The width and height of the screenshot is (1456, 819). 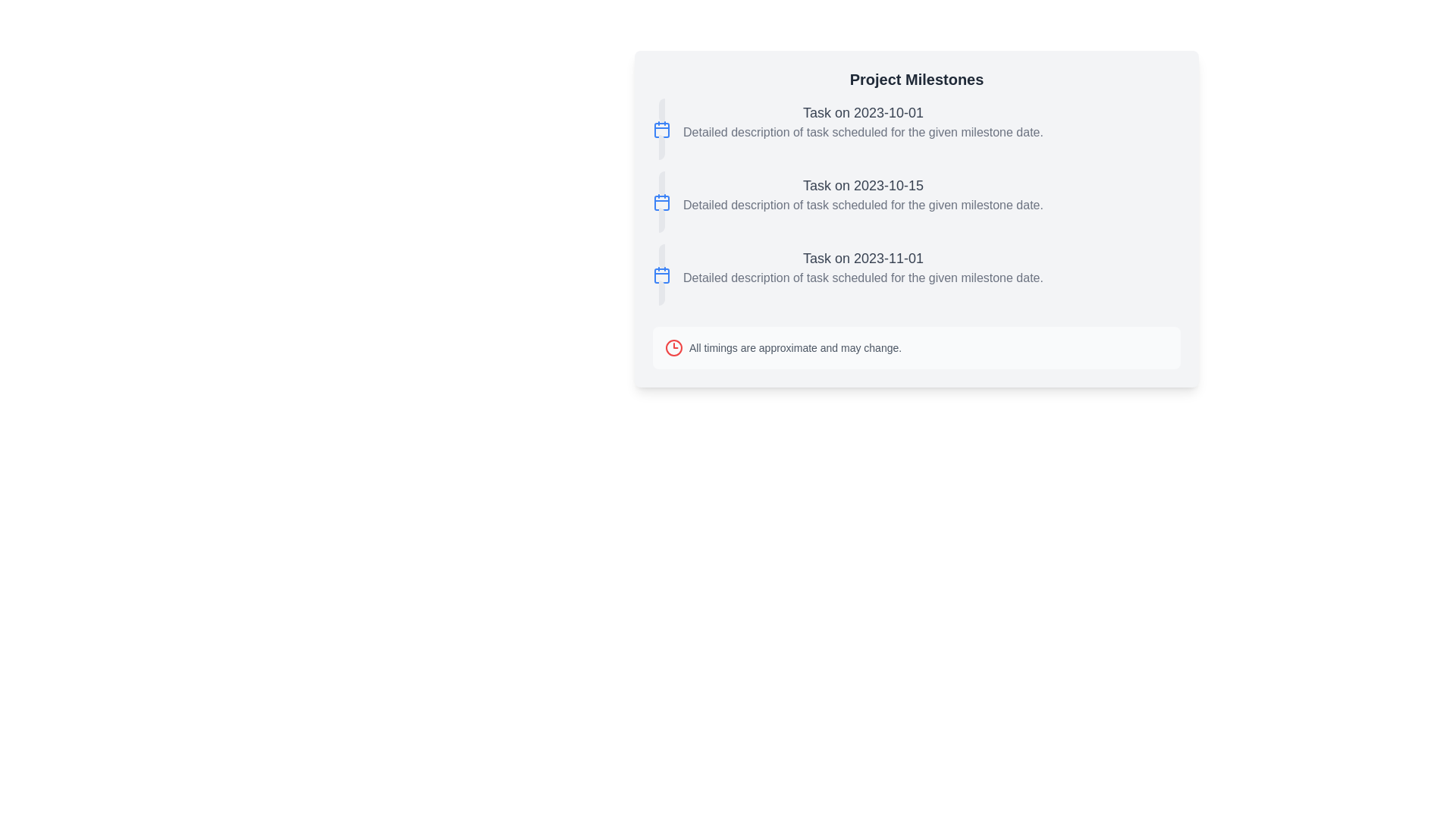 I want to click on the 'Project Milestones' informational card, so click(x=916, y=237).